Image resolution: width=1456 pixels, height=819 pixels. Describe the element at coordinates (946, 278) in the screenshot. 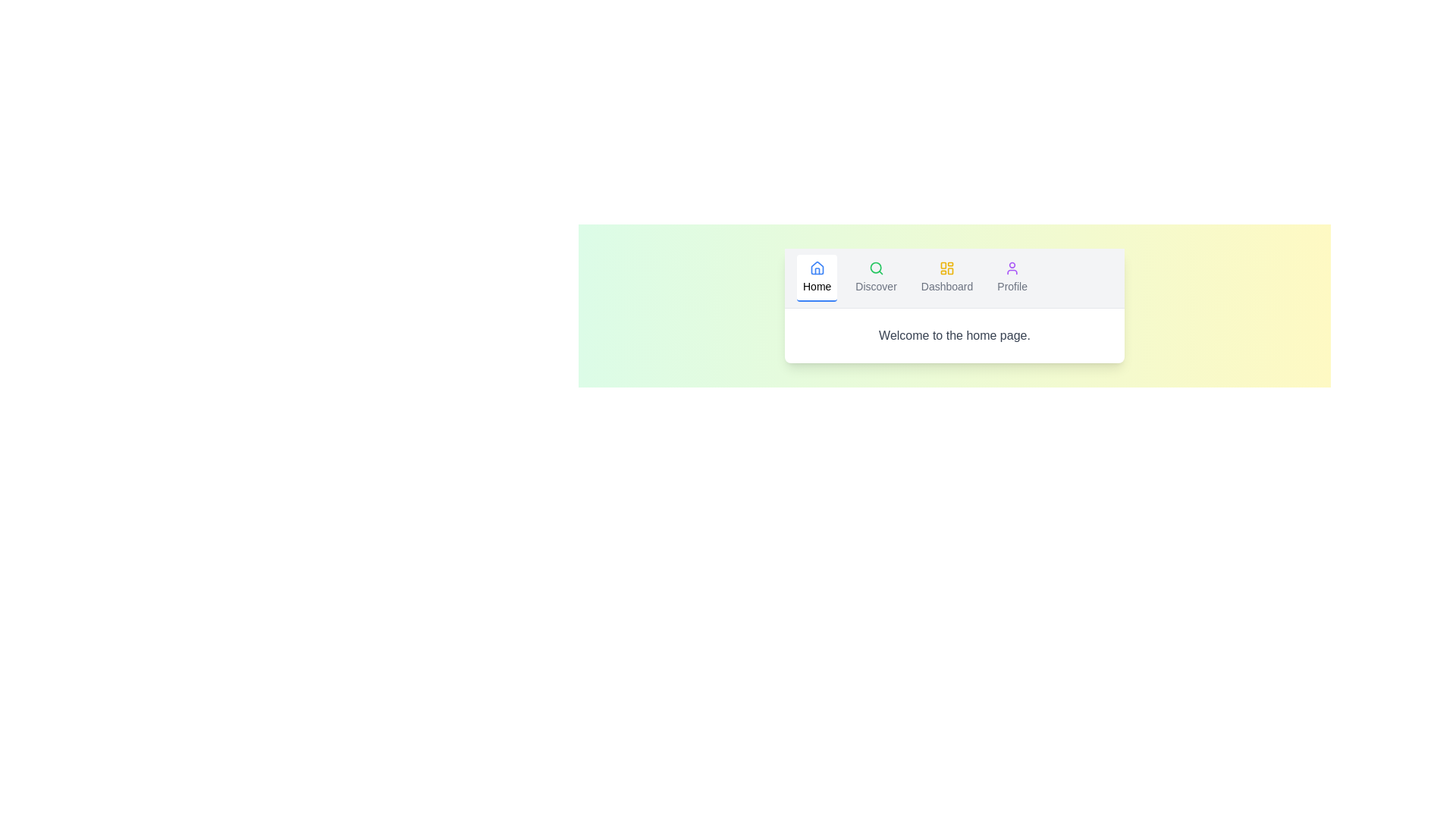

I see `the Dashboard tab to navigate to its content` at that location.